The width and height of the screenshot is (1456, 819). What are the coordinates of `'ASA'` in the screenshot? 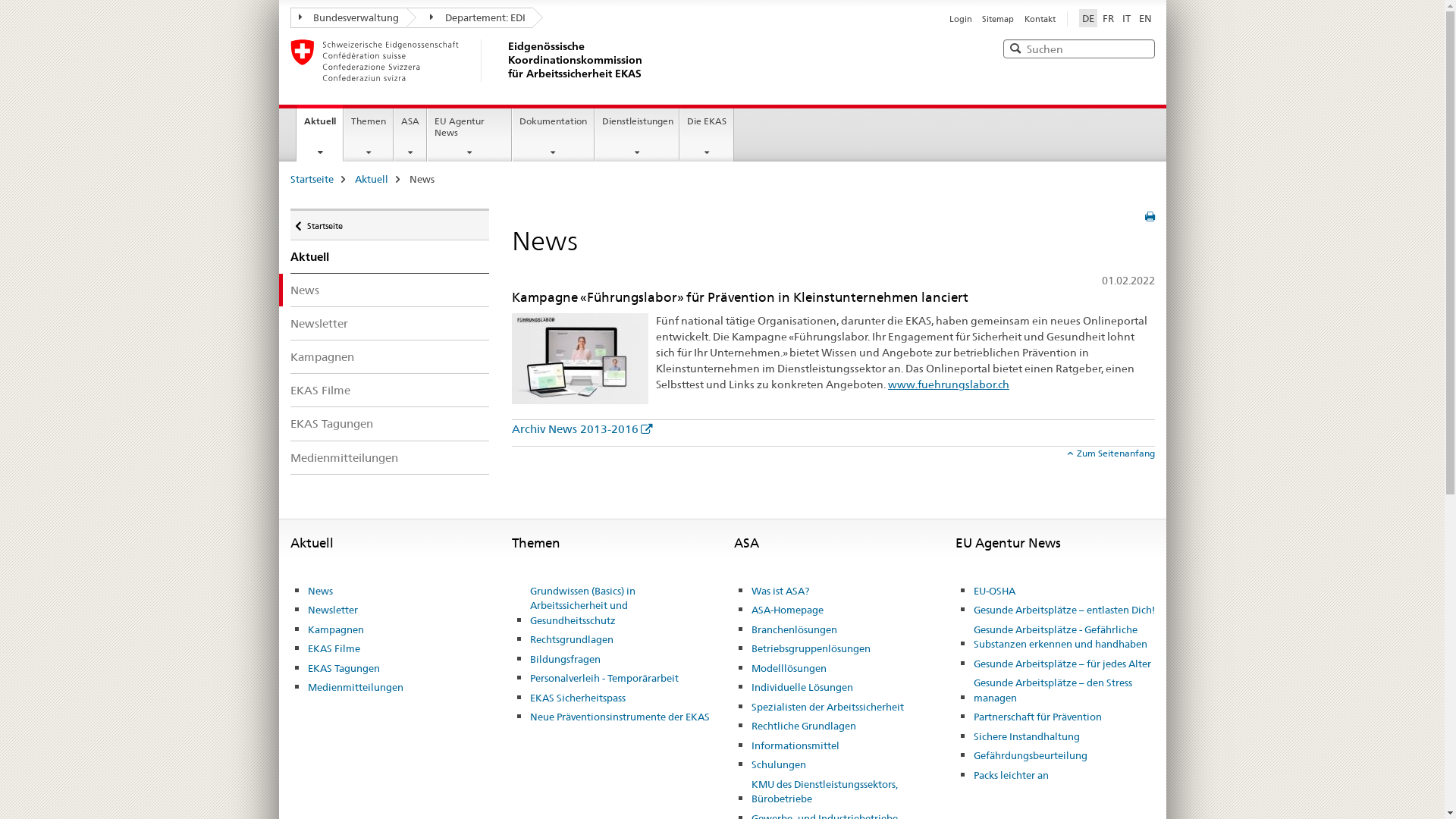 It's located at (410, 133).